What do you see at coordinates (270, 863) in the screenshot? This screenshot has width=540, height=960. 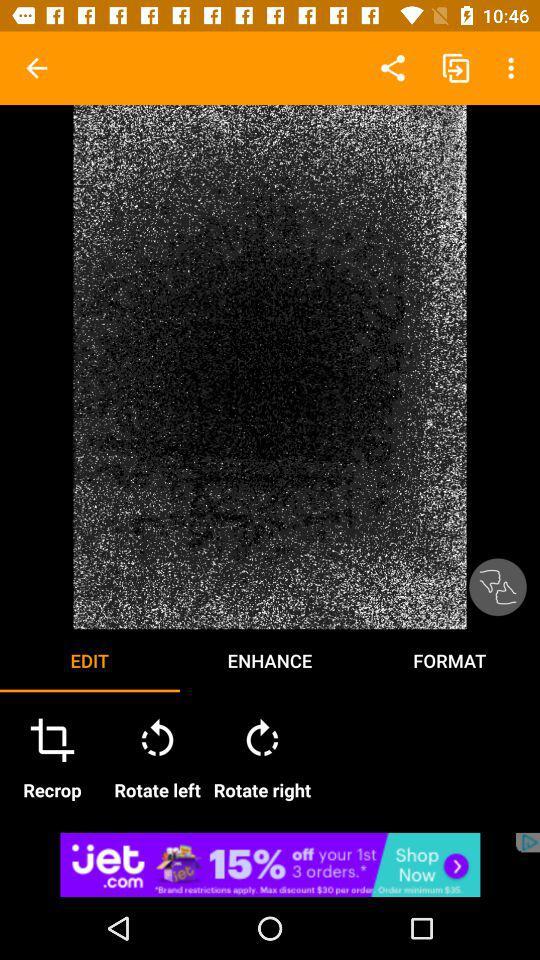 I see `click the link` at bounding box center [270, 863].